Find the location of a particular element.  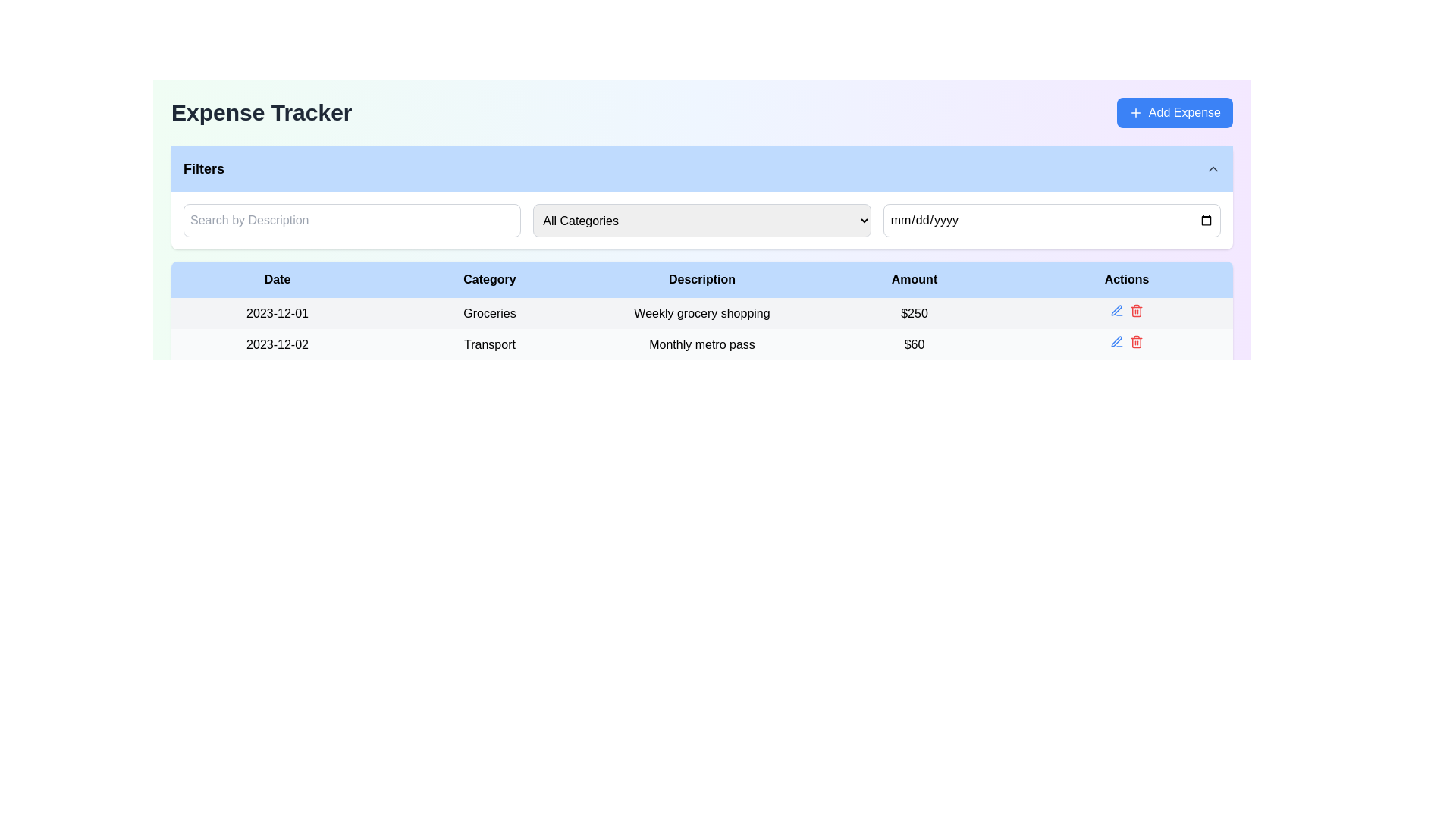

the second row of the table that describes a financial transaction, which includes the date '2023-12-02', category 'Transport', description 'Monthly metro pass', and amount '$60' is located at coordinates (701, 344).